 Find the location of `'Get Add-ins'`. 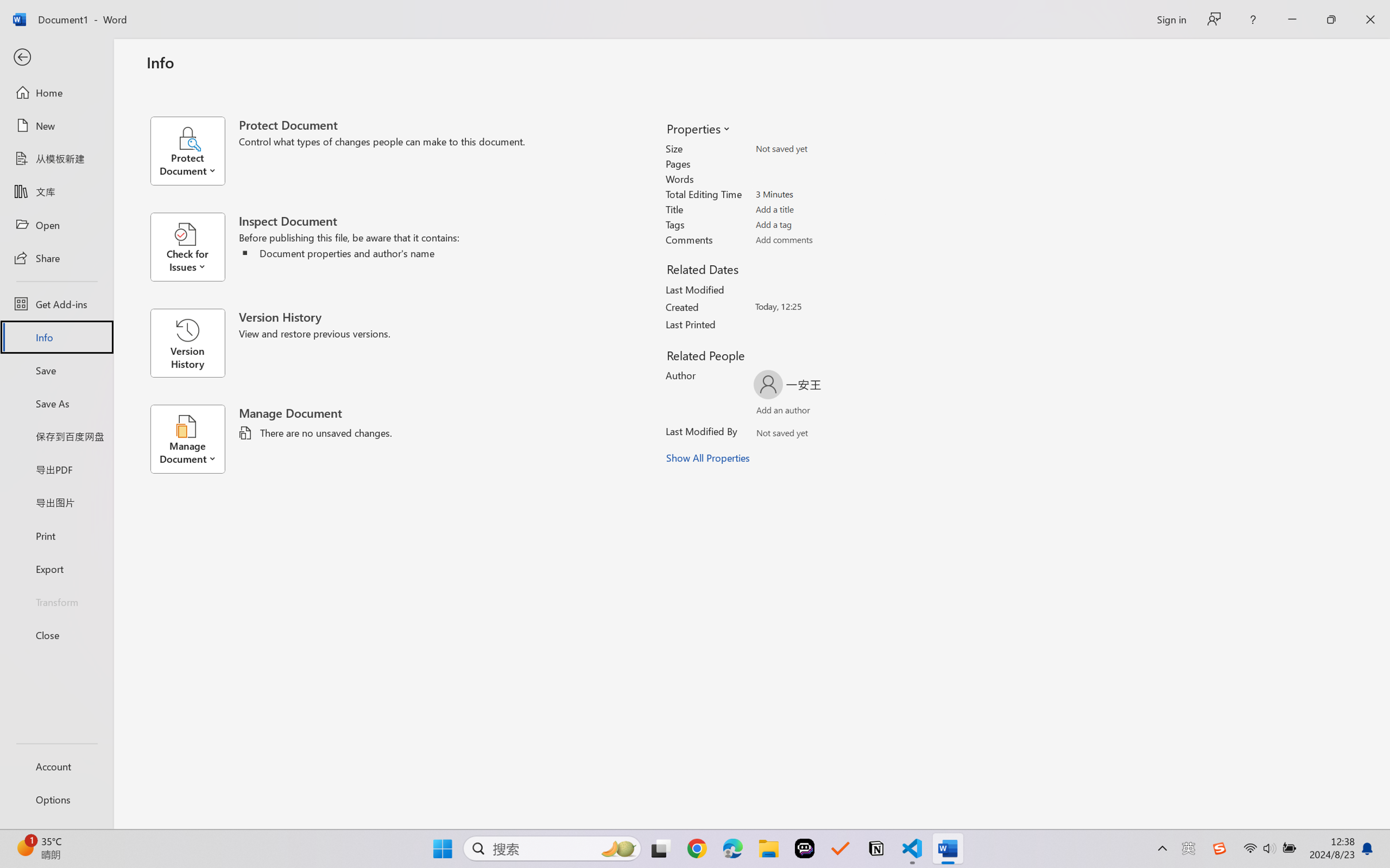

'Get Add-ins' is located at coordinates (56, 303).